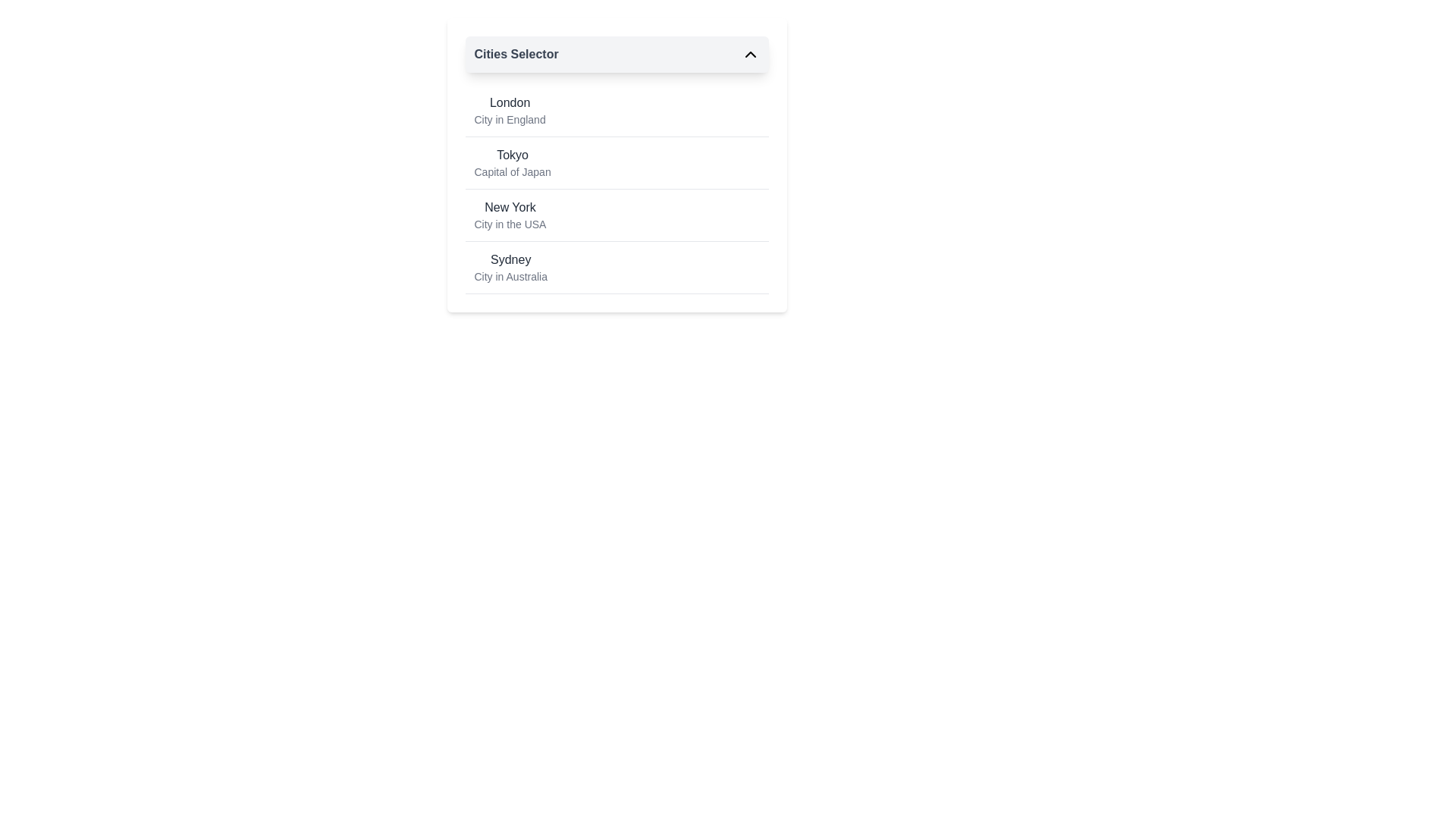  What do you see at coordinates (617, 110) in the screenshot?
I see `the first list item labeled 'London' under the 'Cities Selector' for keyboard navigation` at bounding box center [617, 110].